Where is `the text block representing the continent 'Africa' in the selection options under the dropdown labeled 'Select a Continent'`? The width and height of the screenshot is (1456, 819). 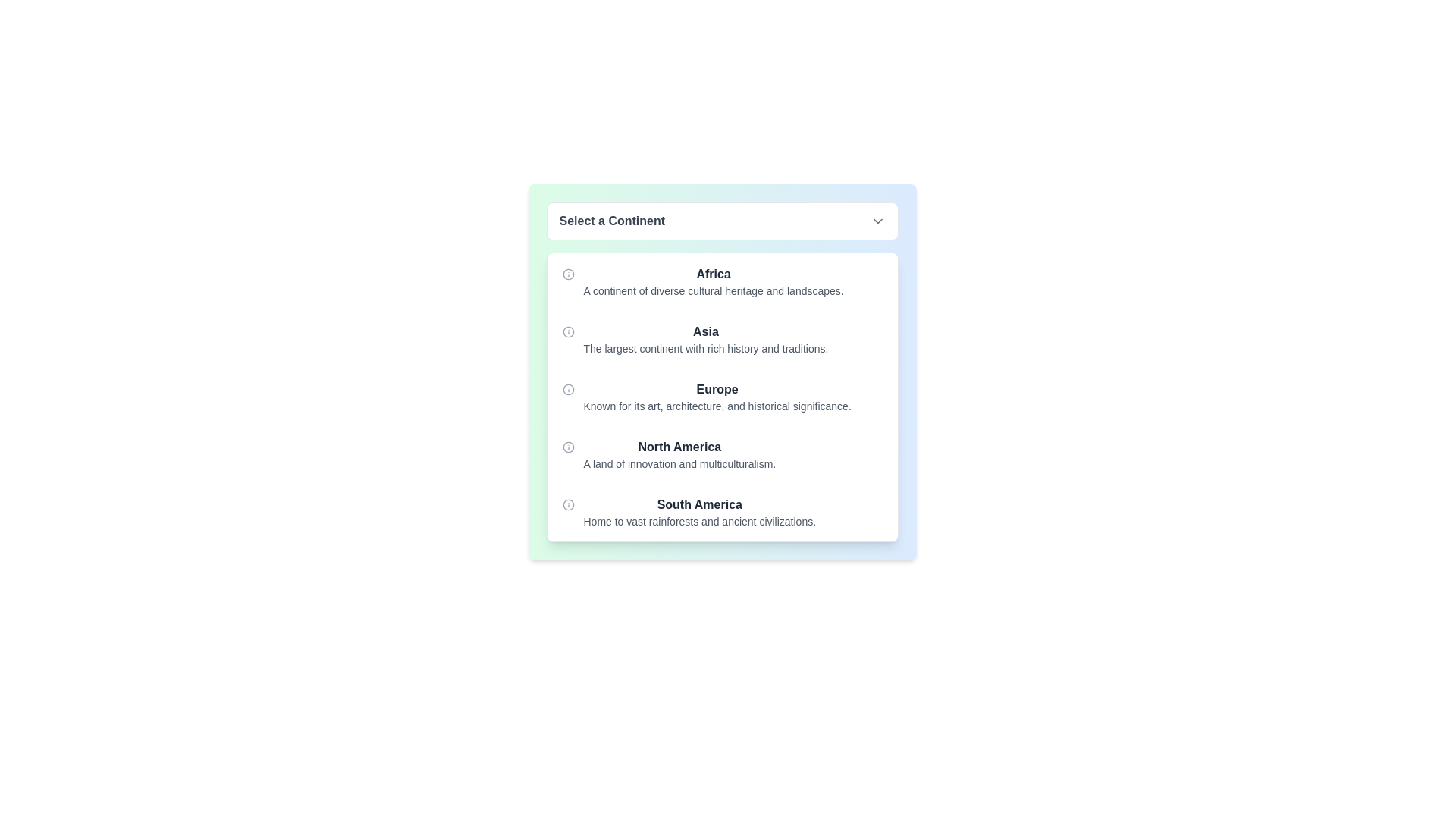 the text block representing the continent 'Africa' in the selection options under the dropdown labeled 'Select a Continent' is located at coordinates (713, 281).